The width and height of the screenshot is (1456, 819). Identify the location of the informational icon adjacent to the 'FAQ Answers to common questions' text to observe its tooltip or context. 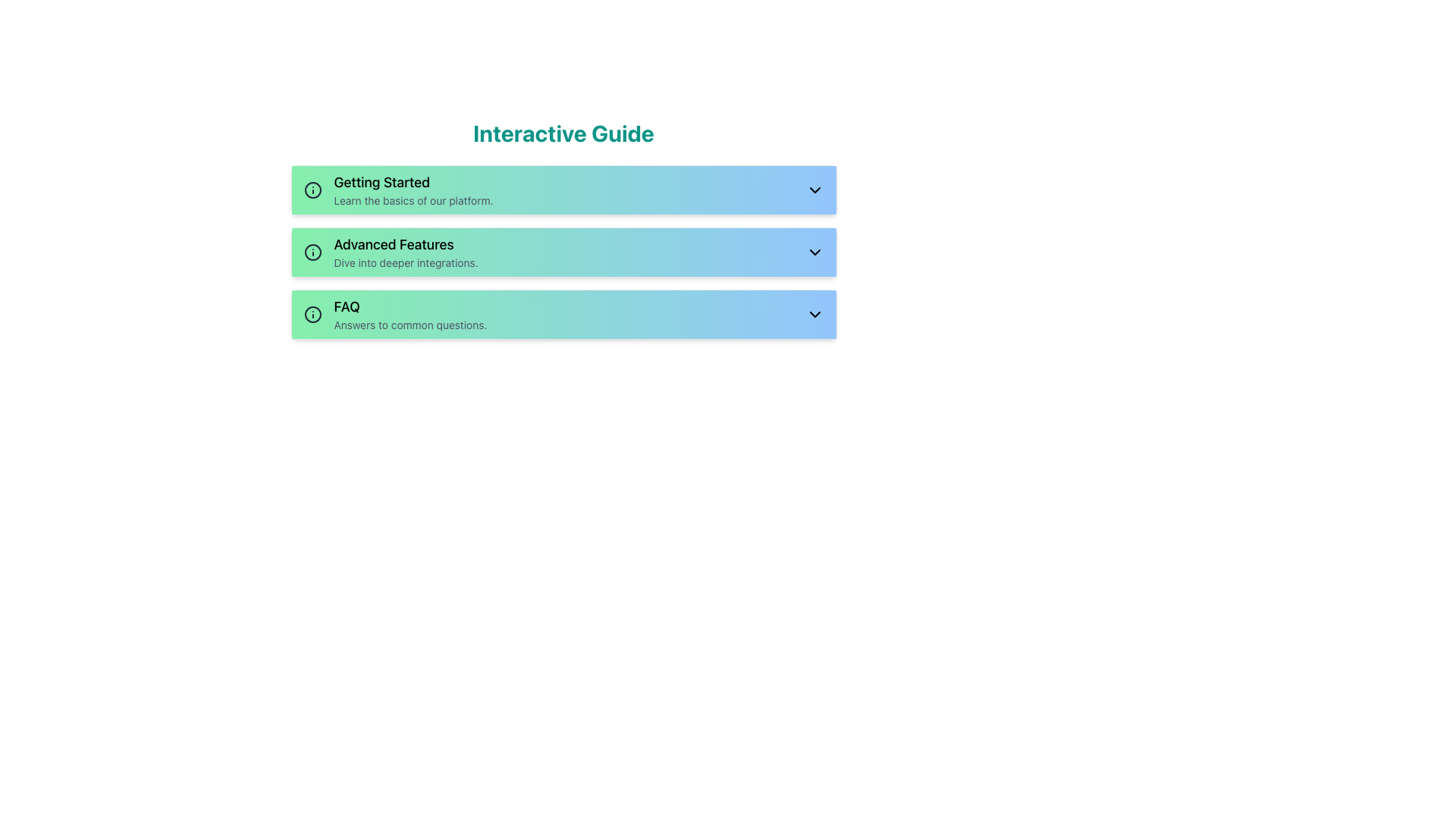
(312, 314).